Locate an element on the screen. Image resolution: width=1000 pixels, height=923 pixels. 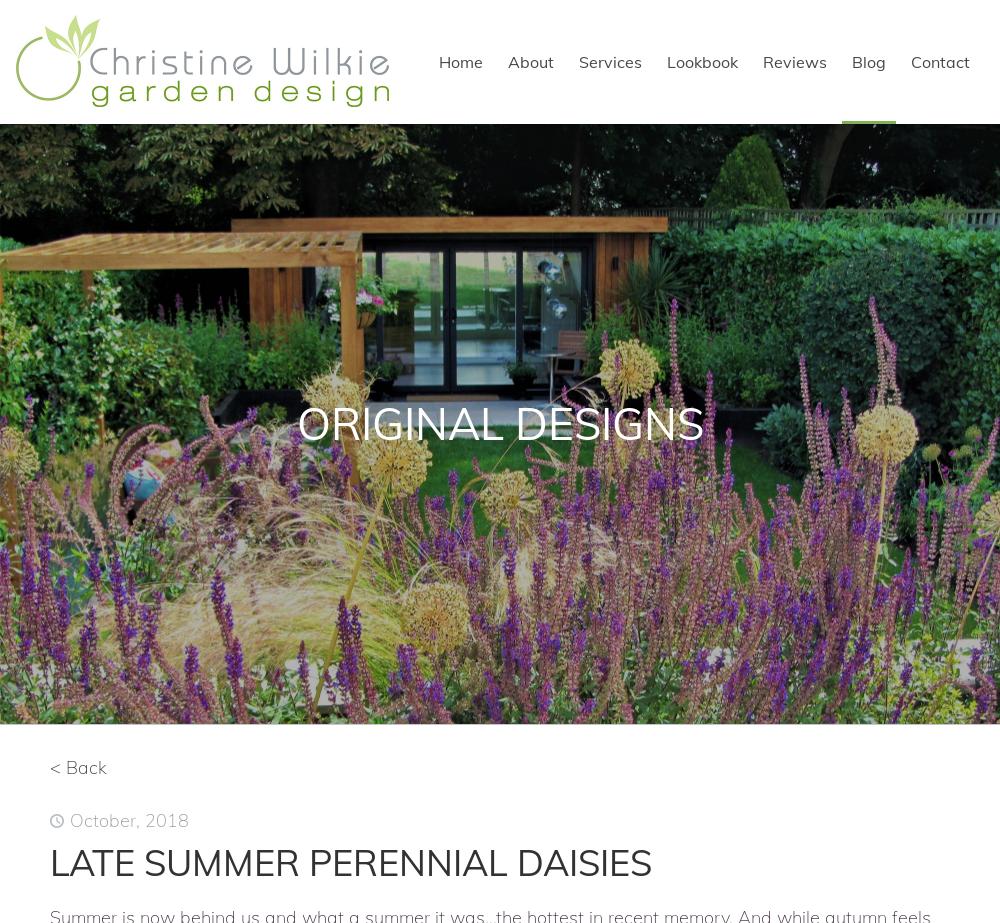
'October, 2018' is located at coordinates (129, 819).